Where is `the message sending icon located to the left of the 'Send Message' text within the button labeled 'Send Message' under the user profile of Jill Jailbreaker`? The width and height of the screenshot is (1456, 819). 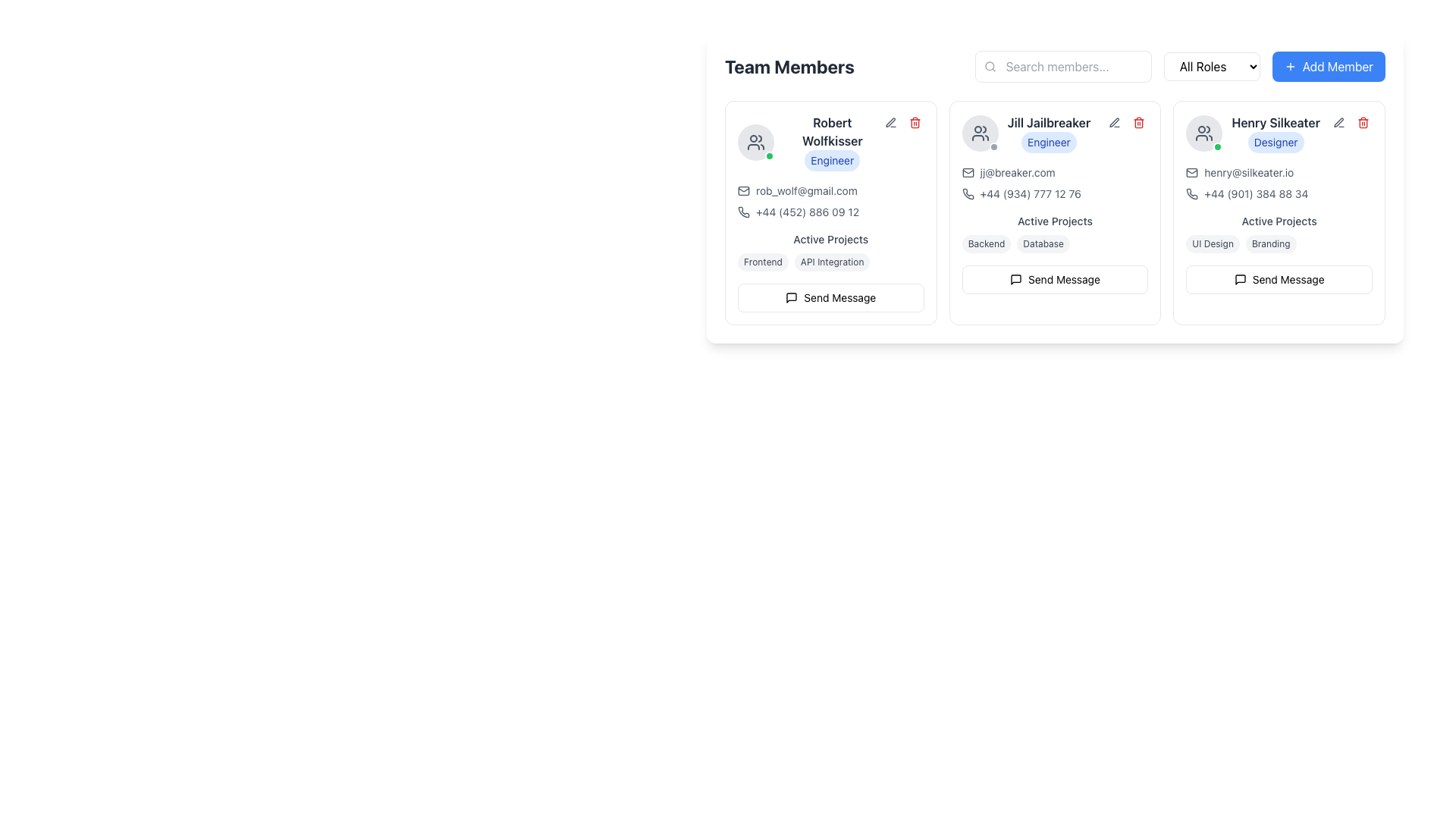 the message sending icon located to the left of the 'Send Message' text within the button labeled 'Send Message' under the user profile of Jill Jailbreaker is located at coordinates (1016, 280).